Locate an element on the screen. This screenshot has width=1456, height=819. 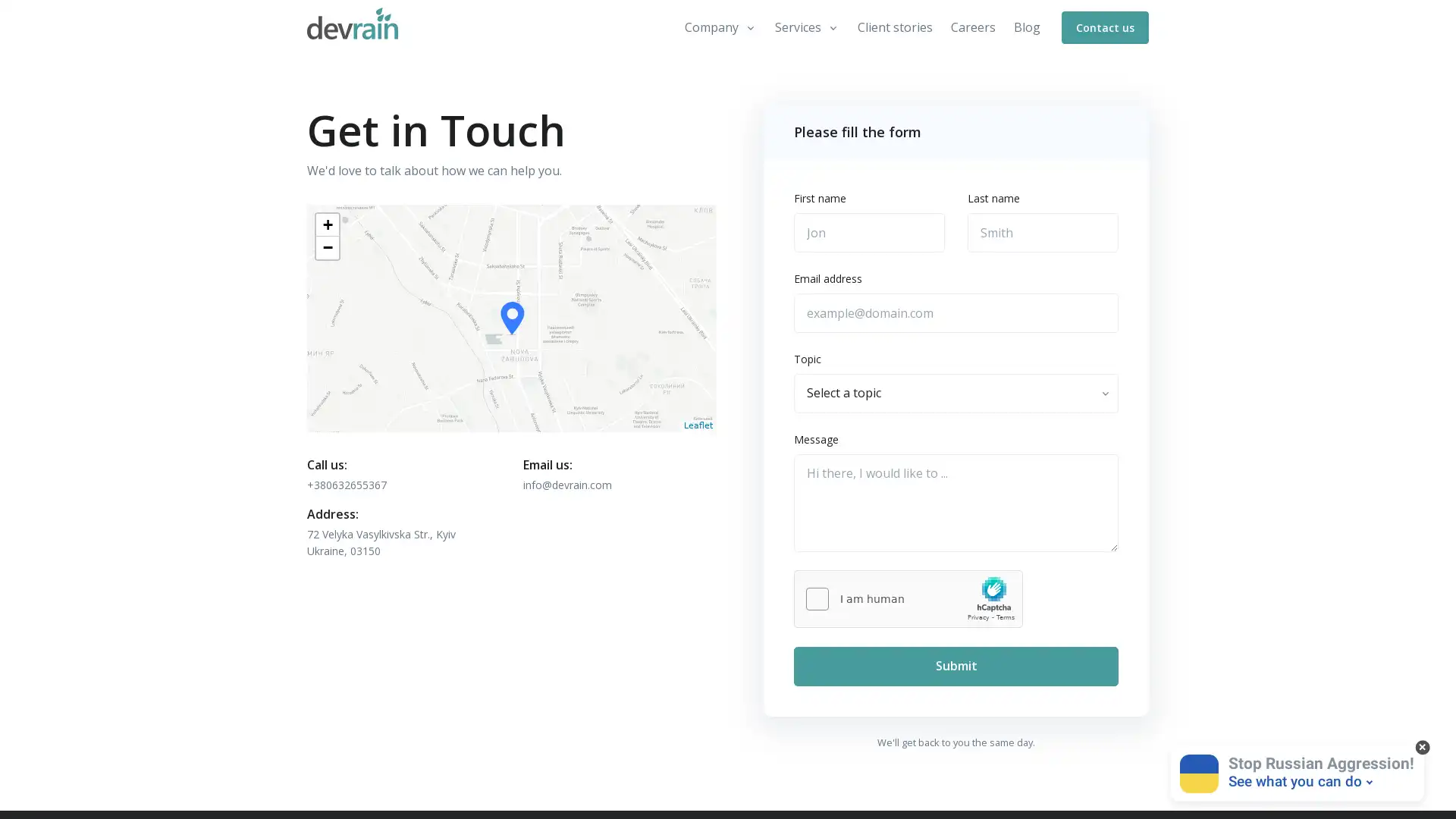
Zoom out is located at coordinates (327, 247).